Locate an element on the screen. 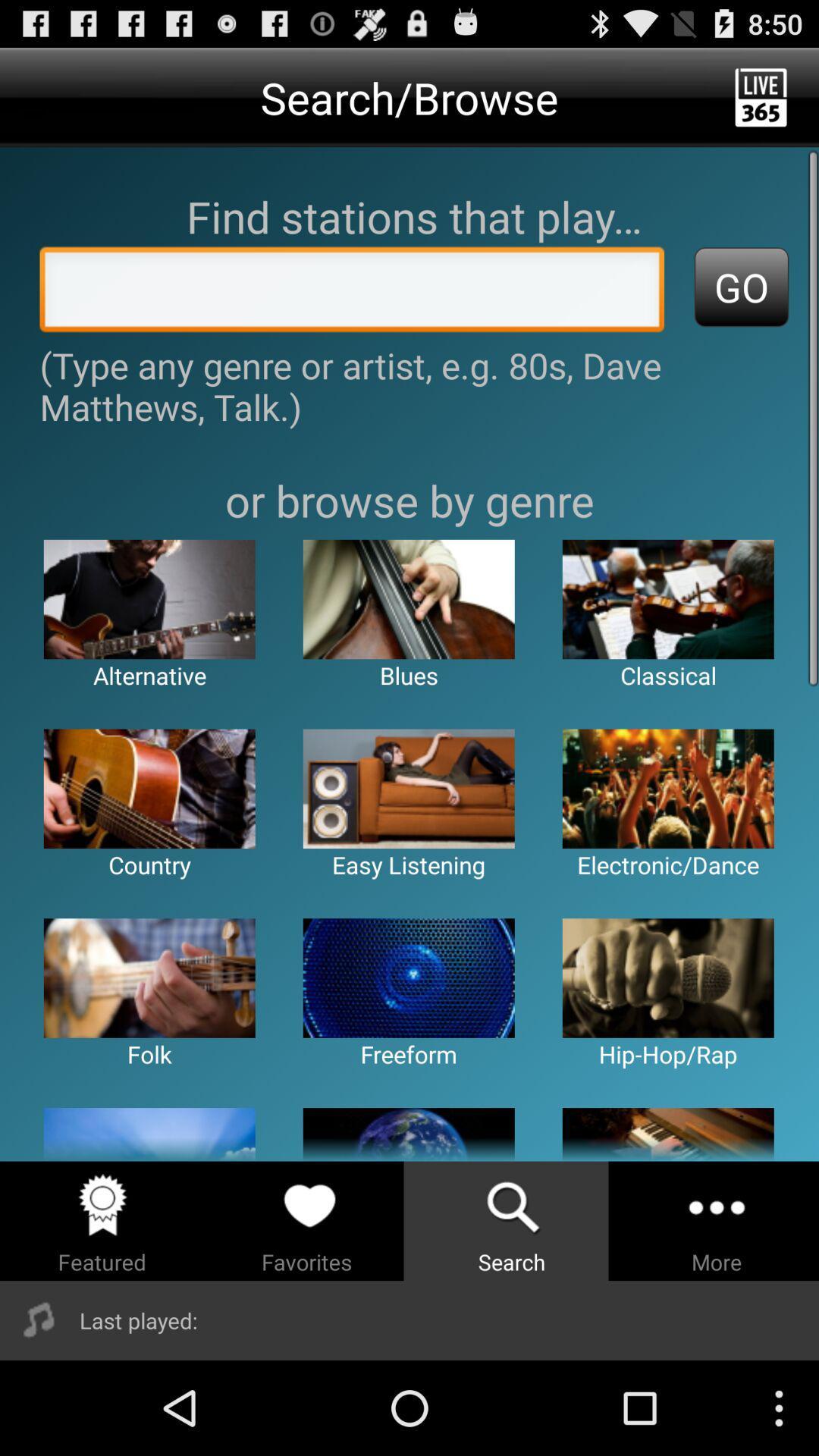 This screenshot has width=819, height=1456. the search option from the below is located at coordinates (512, 1221).